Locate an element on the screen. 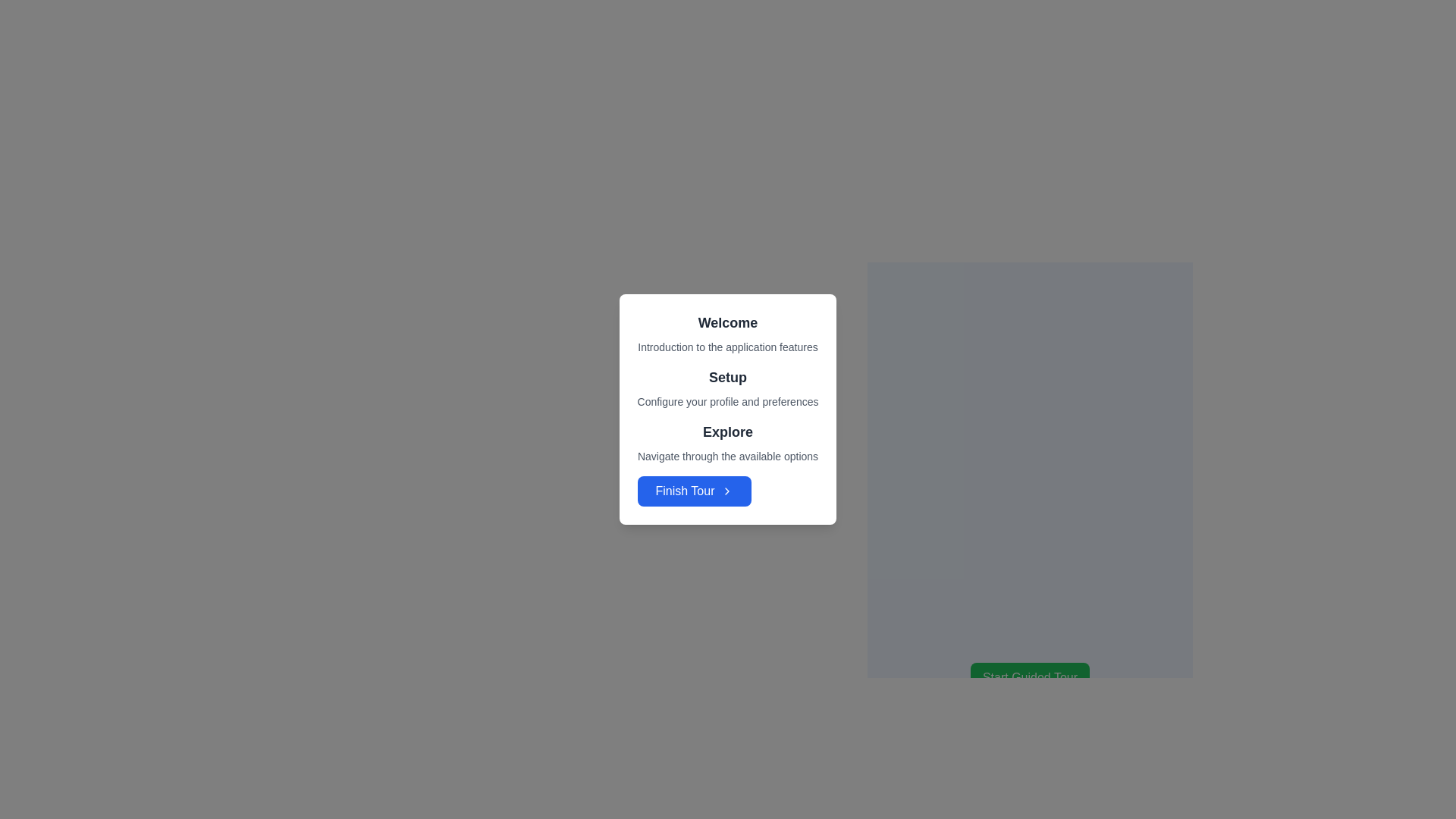  the green button labeled 'Start Guided Tour' to observe its hover effect is located at coordinates (1030, 677).